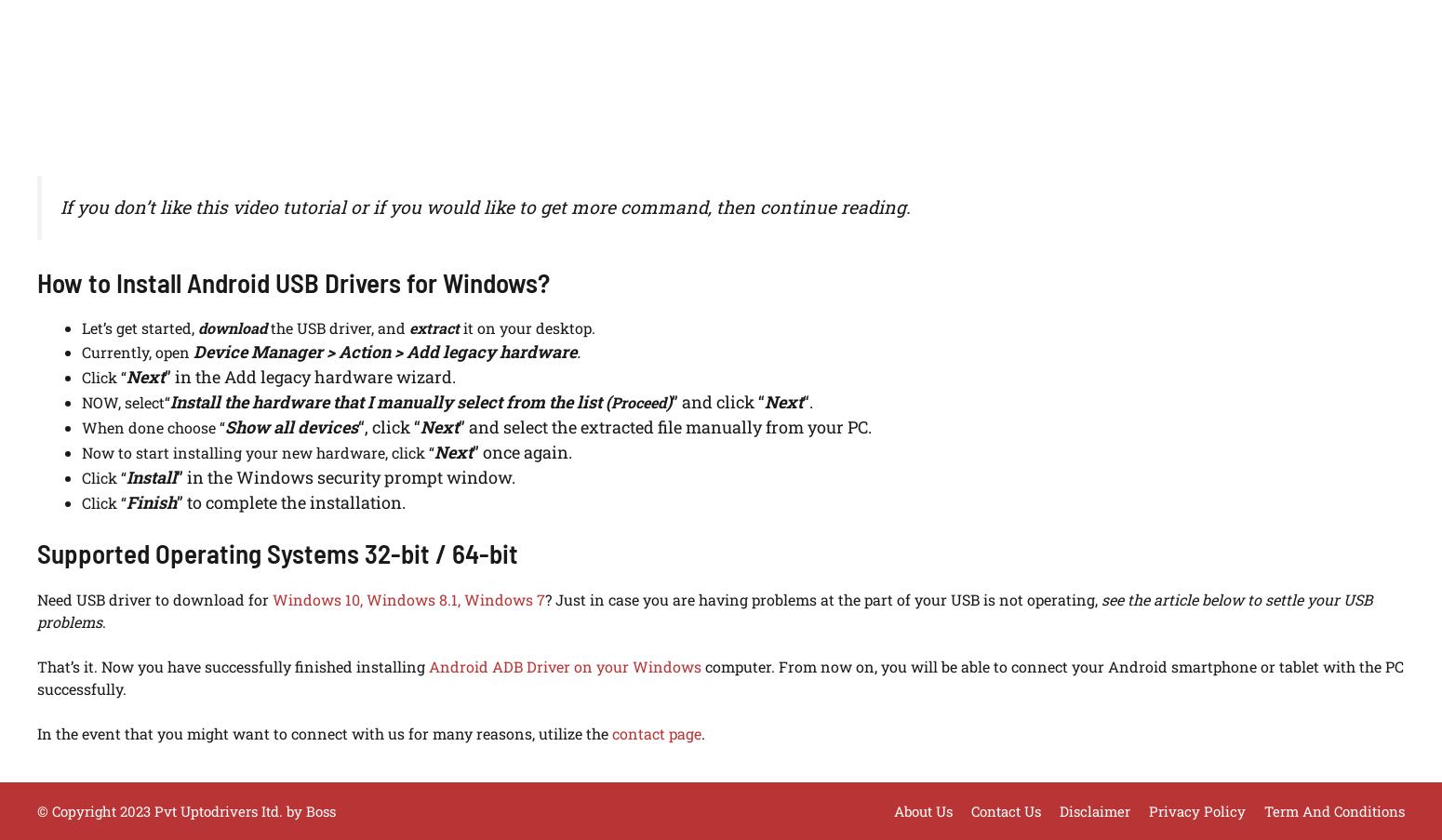 The width and height of the screenshot is (1442, 840). What do you see at coordinates (154, 599) in the screenshot?
I see `'Need USB driver to download for'` at bounding box center [154, 599].